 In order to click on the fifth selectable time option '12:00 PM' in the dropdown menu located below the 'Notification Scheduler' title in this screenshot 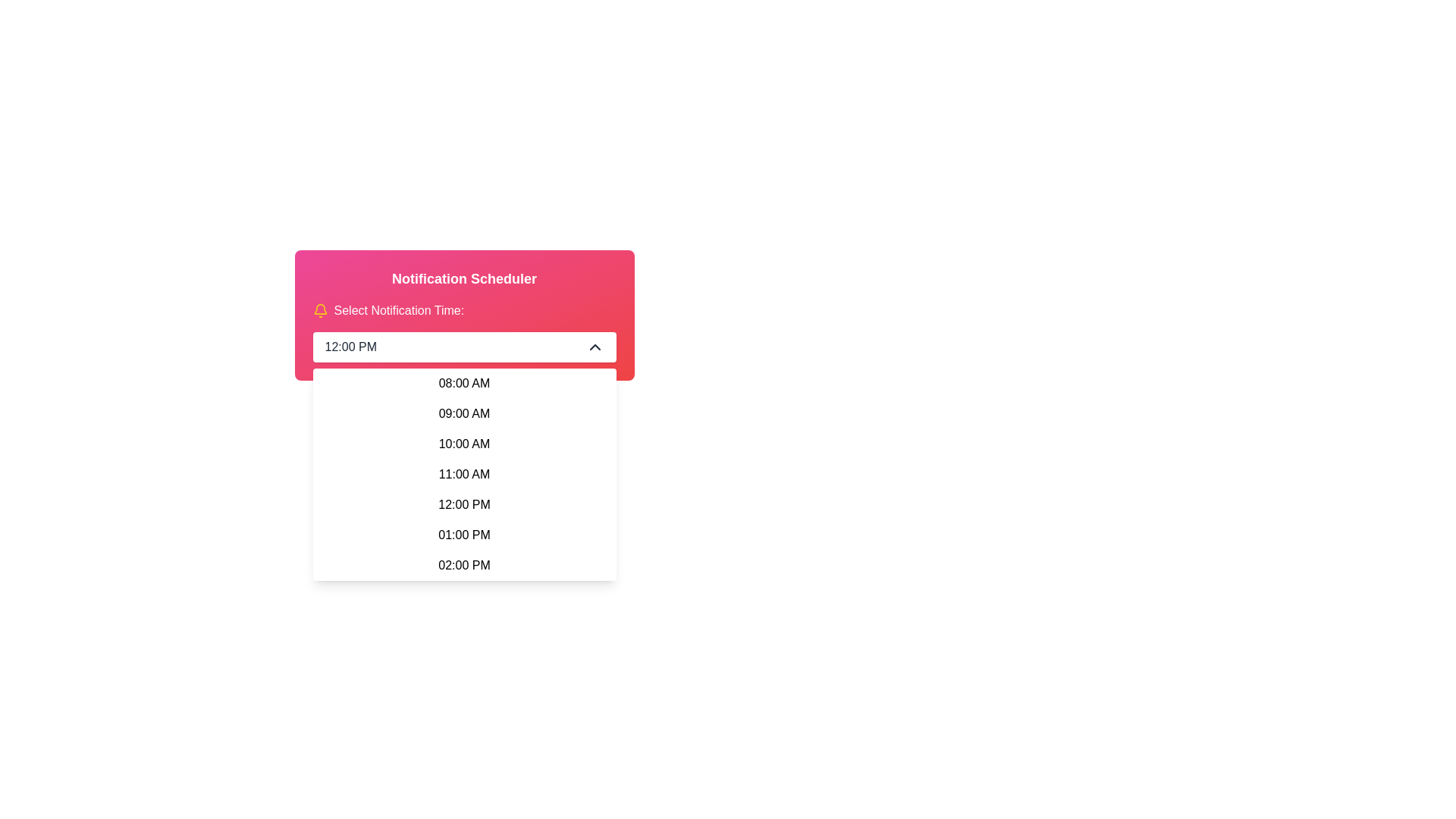, I will do `click(463, 505)`.